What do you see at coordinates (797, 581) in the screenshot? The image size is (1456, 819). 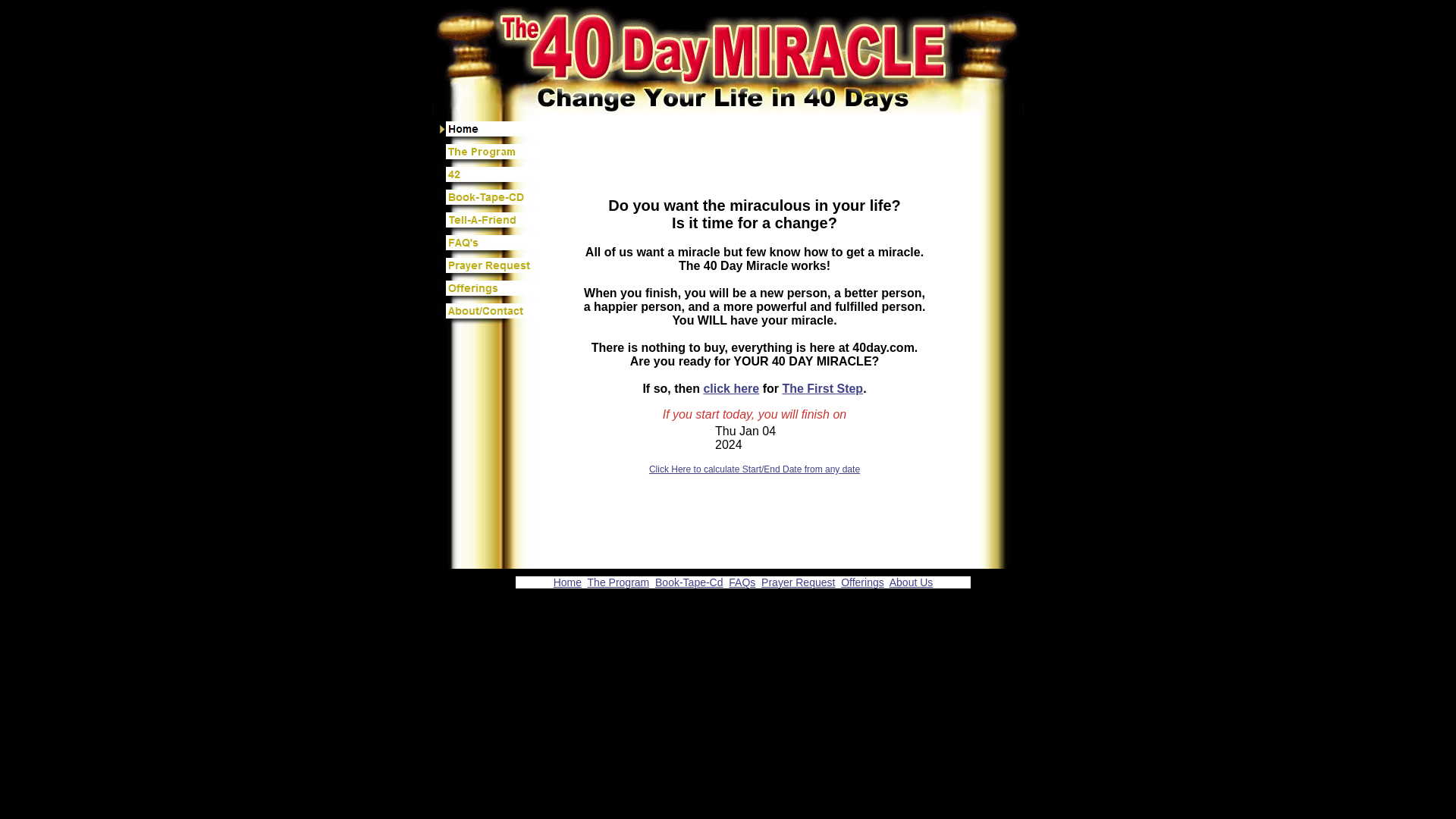 I see `'Prayer Request'` at bounding box center [797, 581].